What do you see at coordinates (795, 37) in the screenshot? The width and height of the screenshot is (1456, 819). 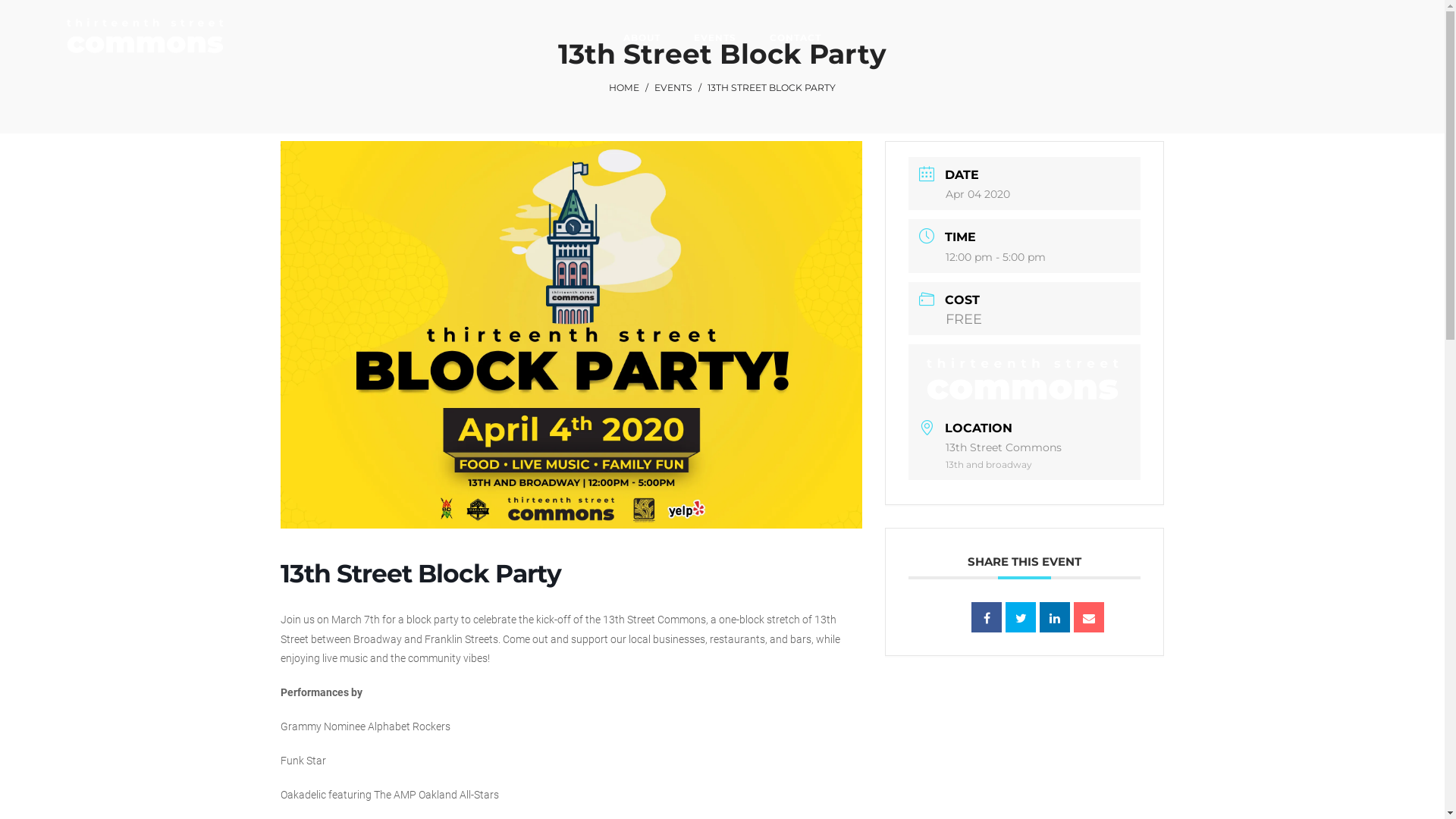 I see `'CONTACT'` at bounding box center [795, 37].